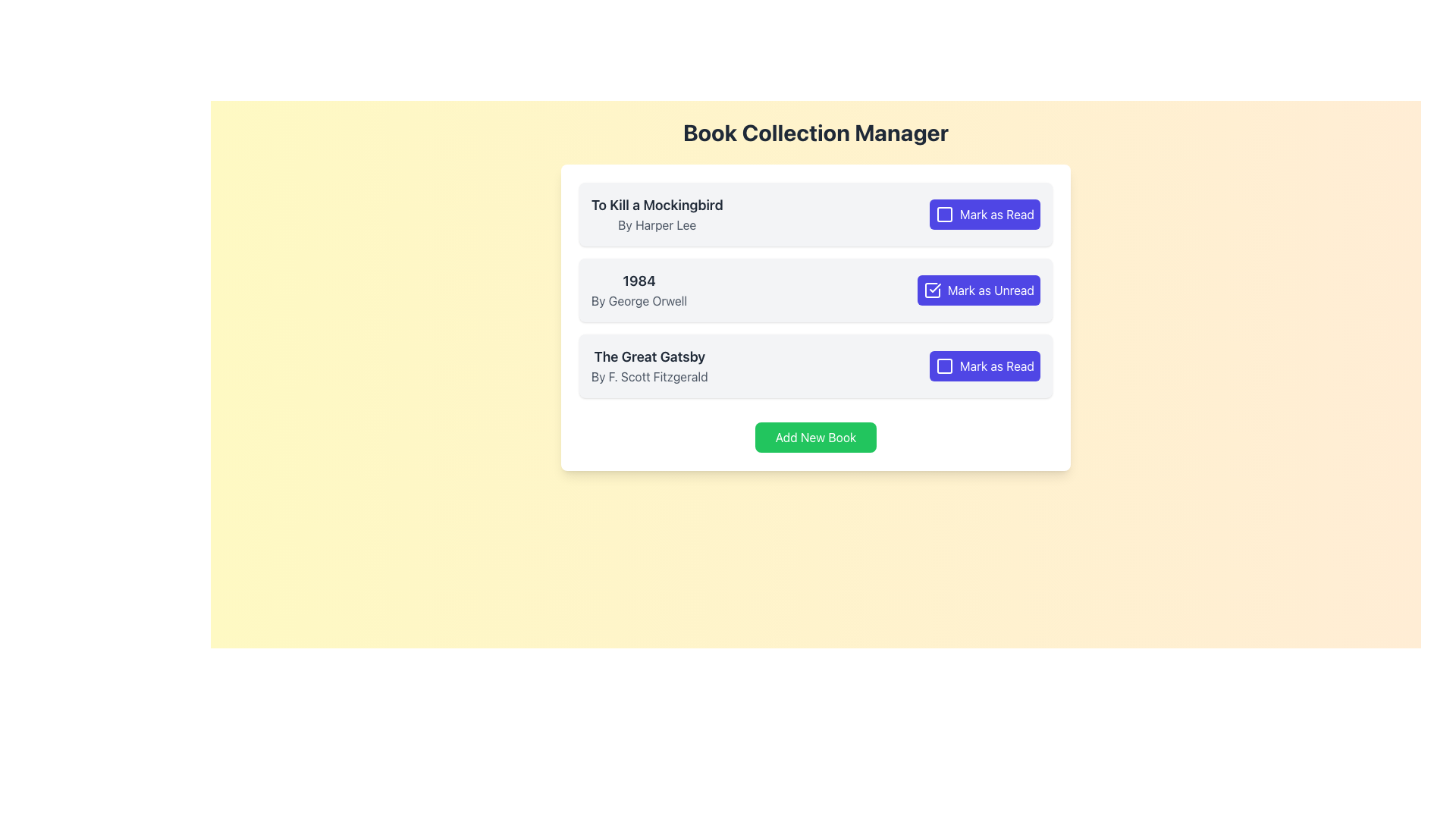 Image resolution: width=1456 pixels, height=819 pixels. What do you see at coordinates (931, 290) in the screenshot?
I see `the small square checkmark icon with a purple background and white checkmark, located to the left of the 'Mark as Unread' button for the book '1984' by George Orwell` at bounding box center [931, 290].